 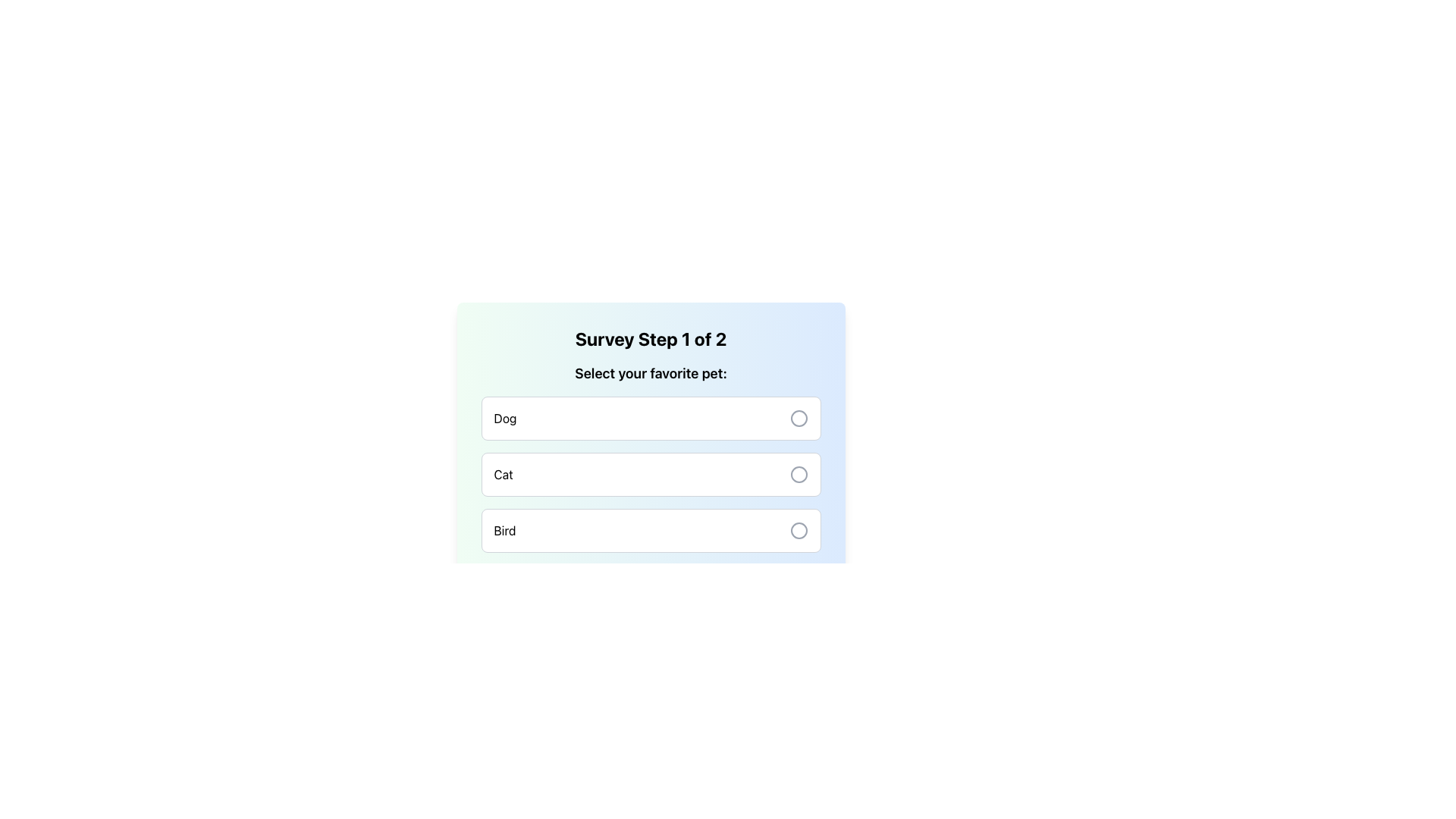 What do you see at coordinates (651, 460) in the screenshot?
I see `the 'Cat' radio button option in the survey` at bounding box center [651, 460].